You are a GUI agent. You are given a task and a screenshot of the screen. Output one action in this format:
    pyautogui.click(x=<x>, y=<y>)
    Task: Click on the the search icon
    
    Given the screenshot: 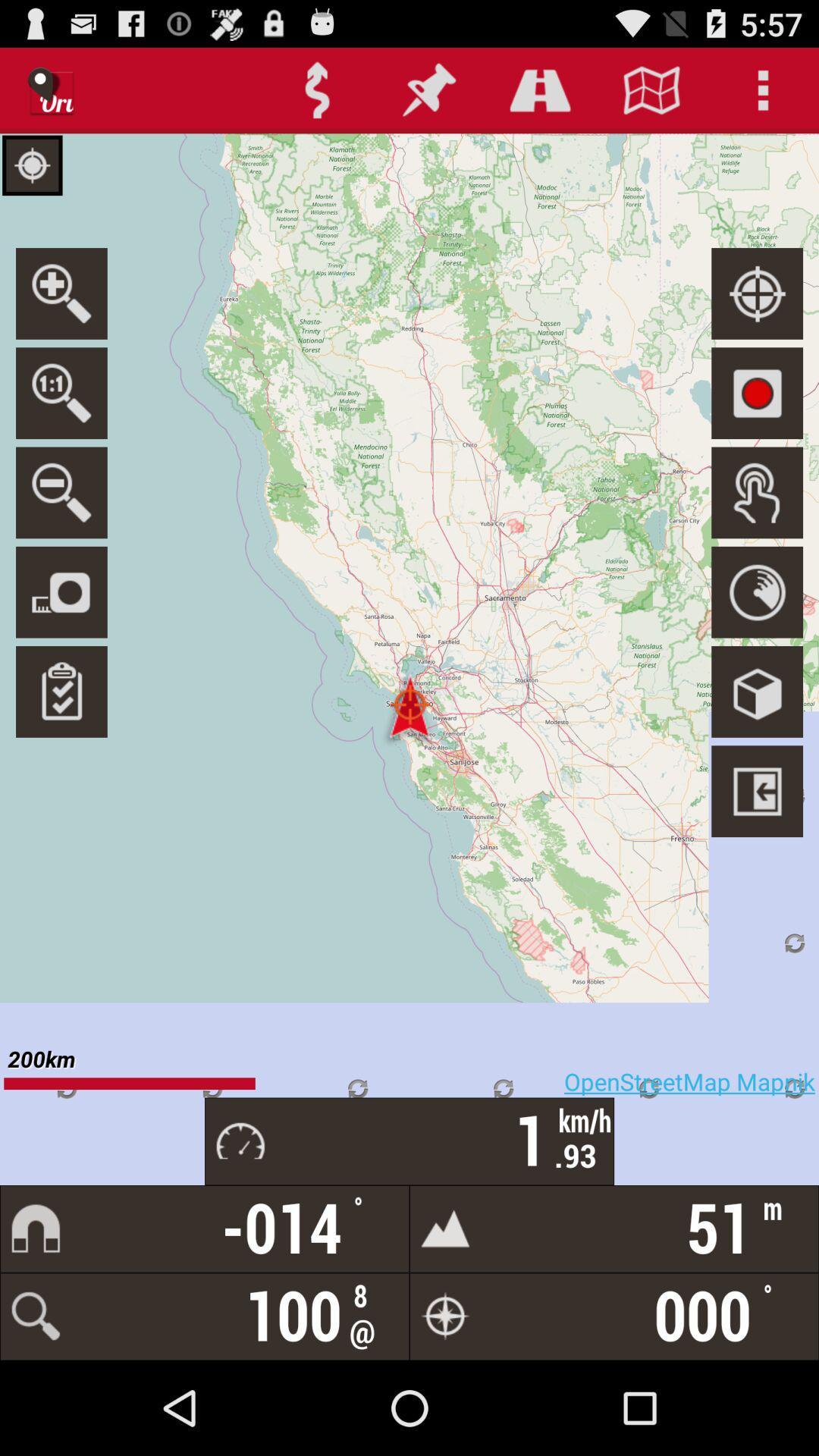 What is the action you would take?
    pyautogui.click(x=61, y=421)
    